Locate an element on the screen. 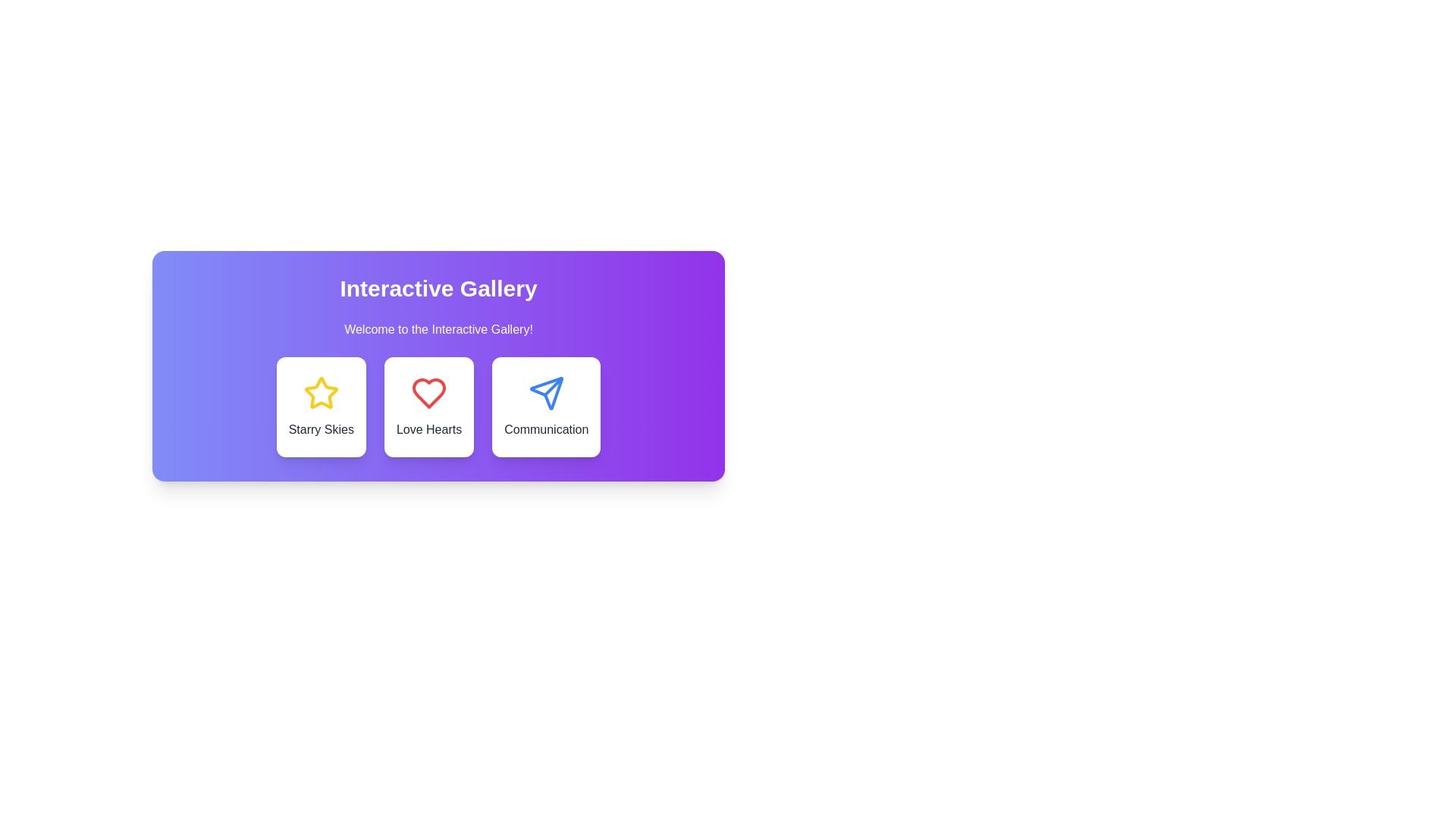  the text label that says 'Welcome to the Interactive Gallery!' which is styled in white font over a gradient background, located just below the title 'Interactive Gallery' is located at coordinates (438, 329).